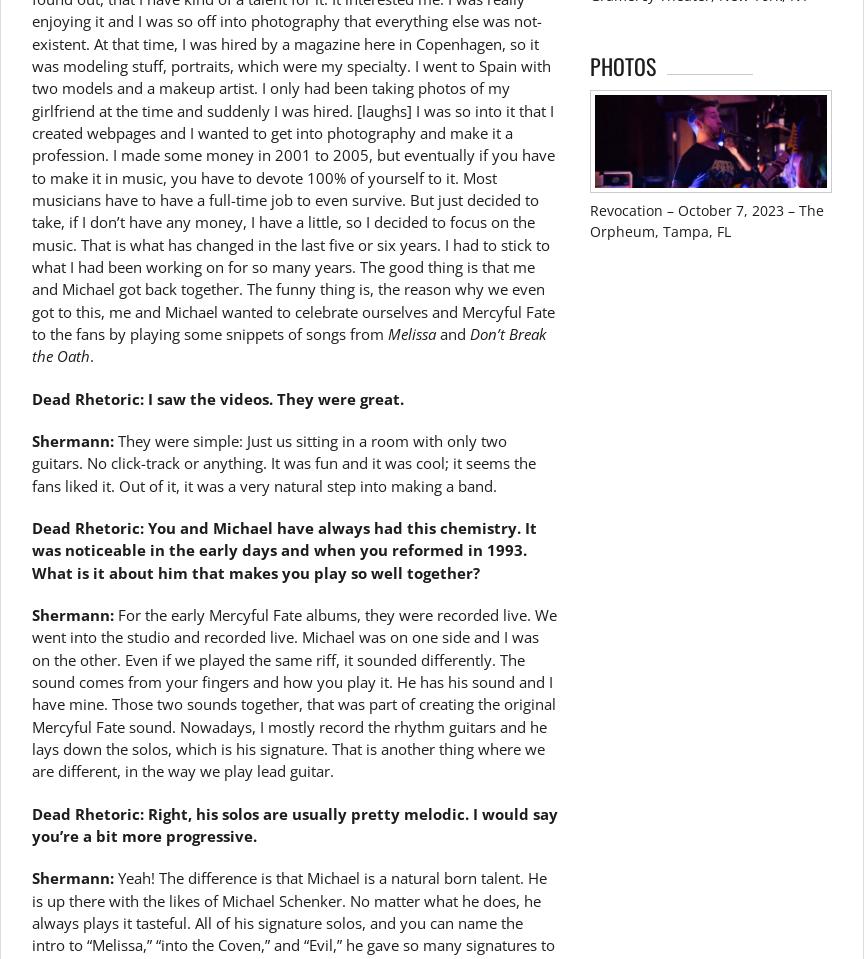  What do you see at coordinates (410, 332) in the screenshot?
I see `'Melissa'` at bounding box center [410, 332].